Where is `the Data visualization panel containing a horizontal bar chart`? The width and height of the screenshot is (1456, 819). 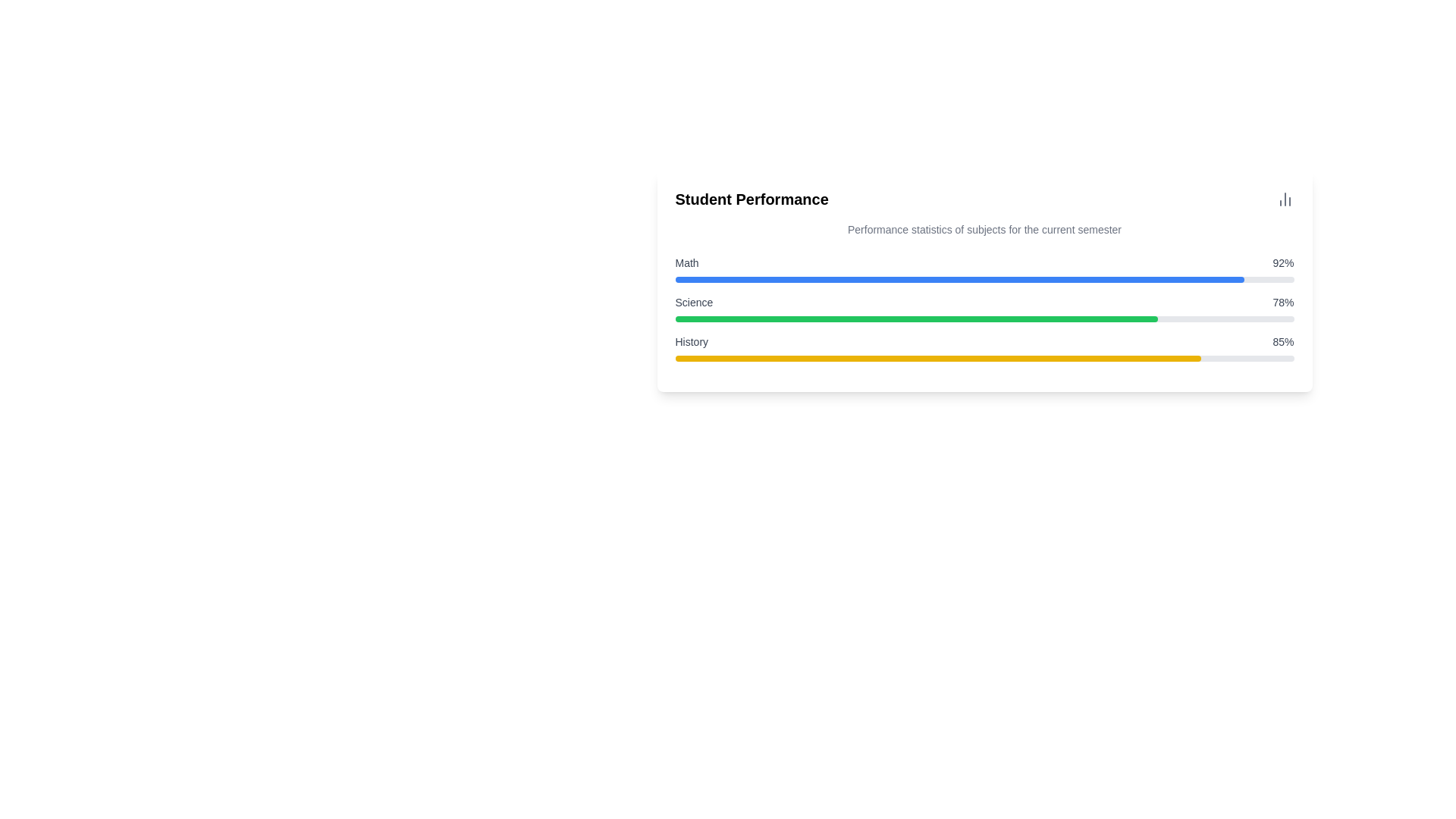 the Data visualization panel containing a horizontal bar chart is located at coordinates (984, 281).